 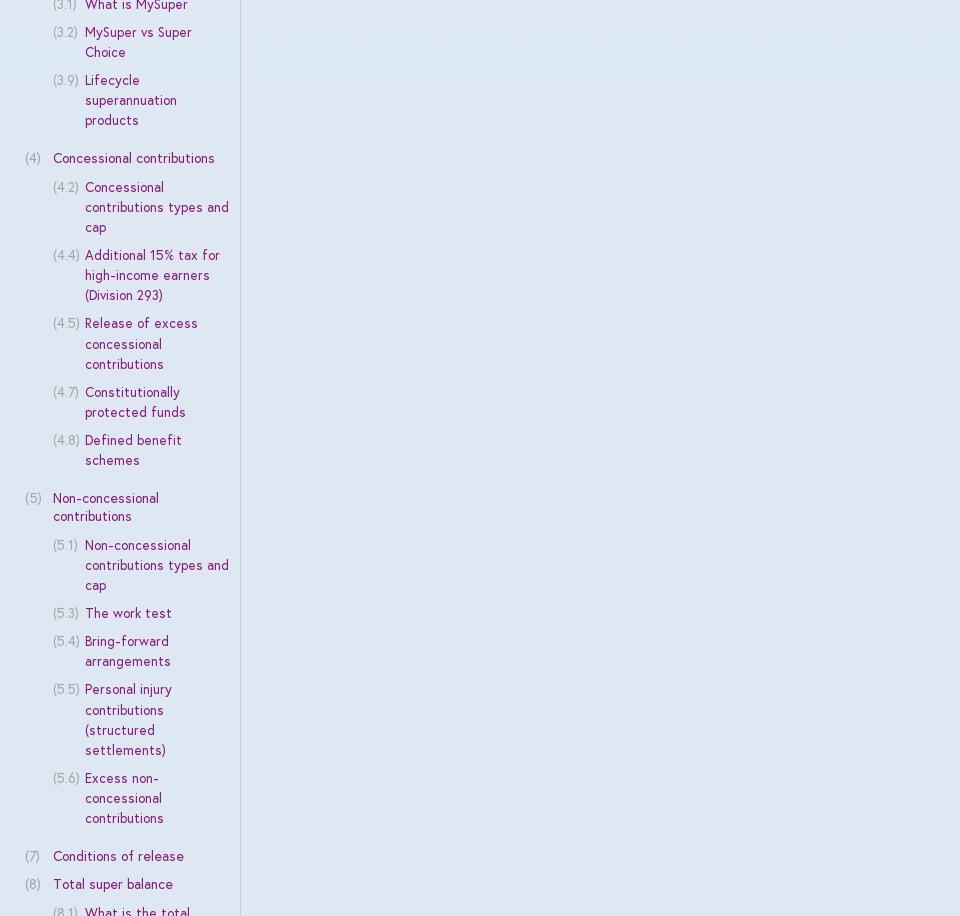 What do you see at coordinates (65, 321) in the screenshot?
I see `'(4.5)'` at bounding box center [65, 321].